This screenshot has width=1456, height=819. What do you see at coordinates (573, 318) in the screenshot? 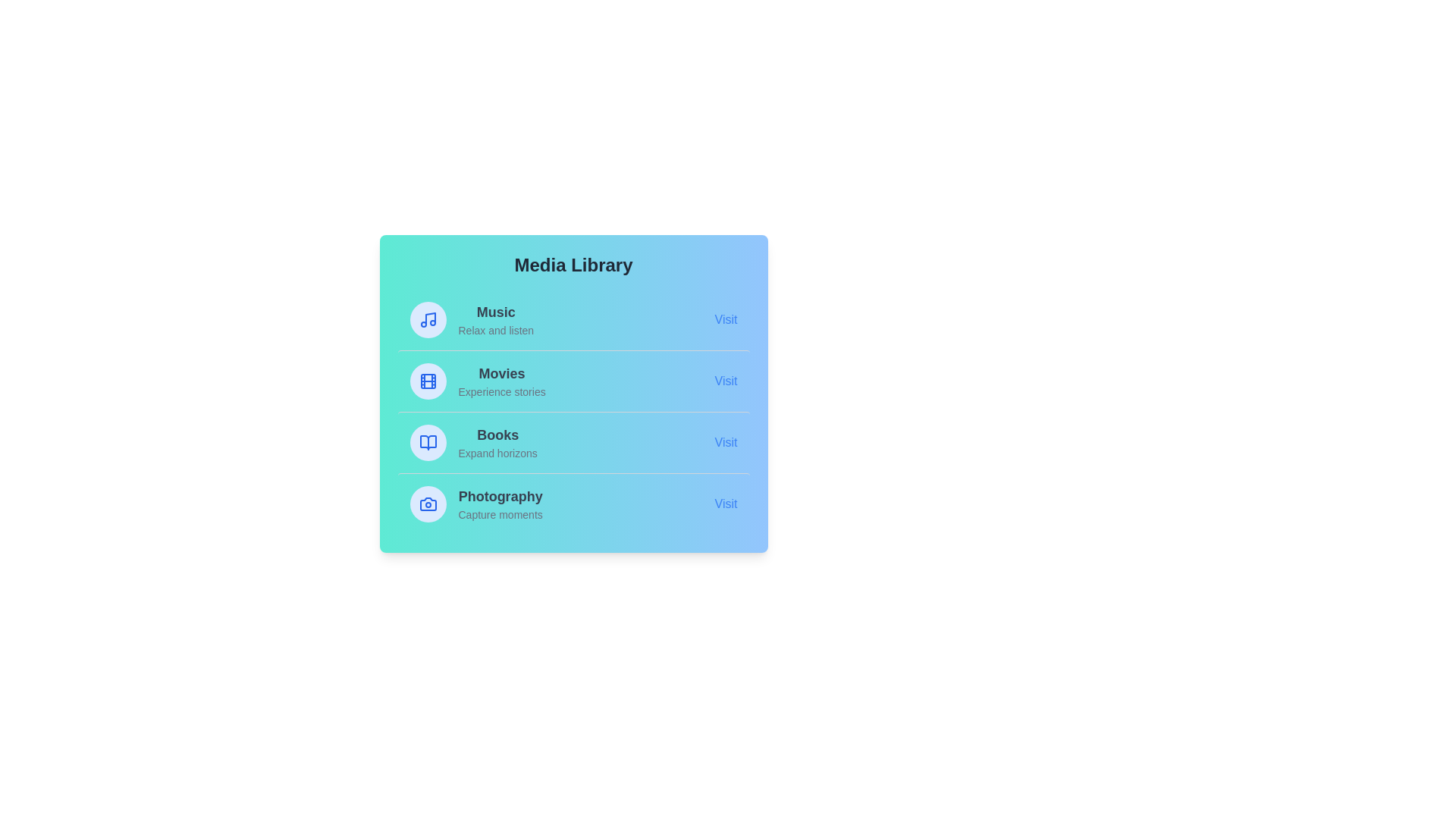
I see `the media item Music to observe the hover effect` at bounding box center [573, 318].